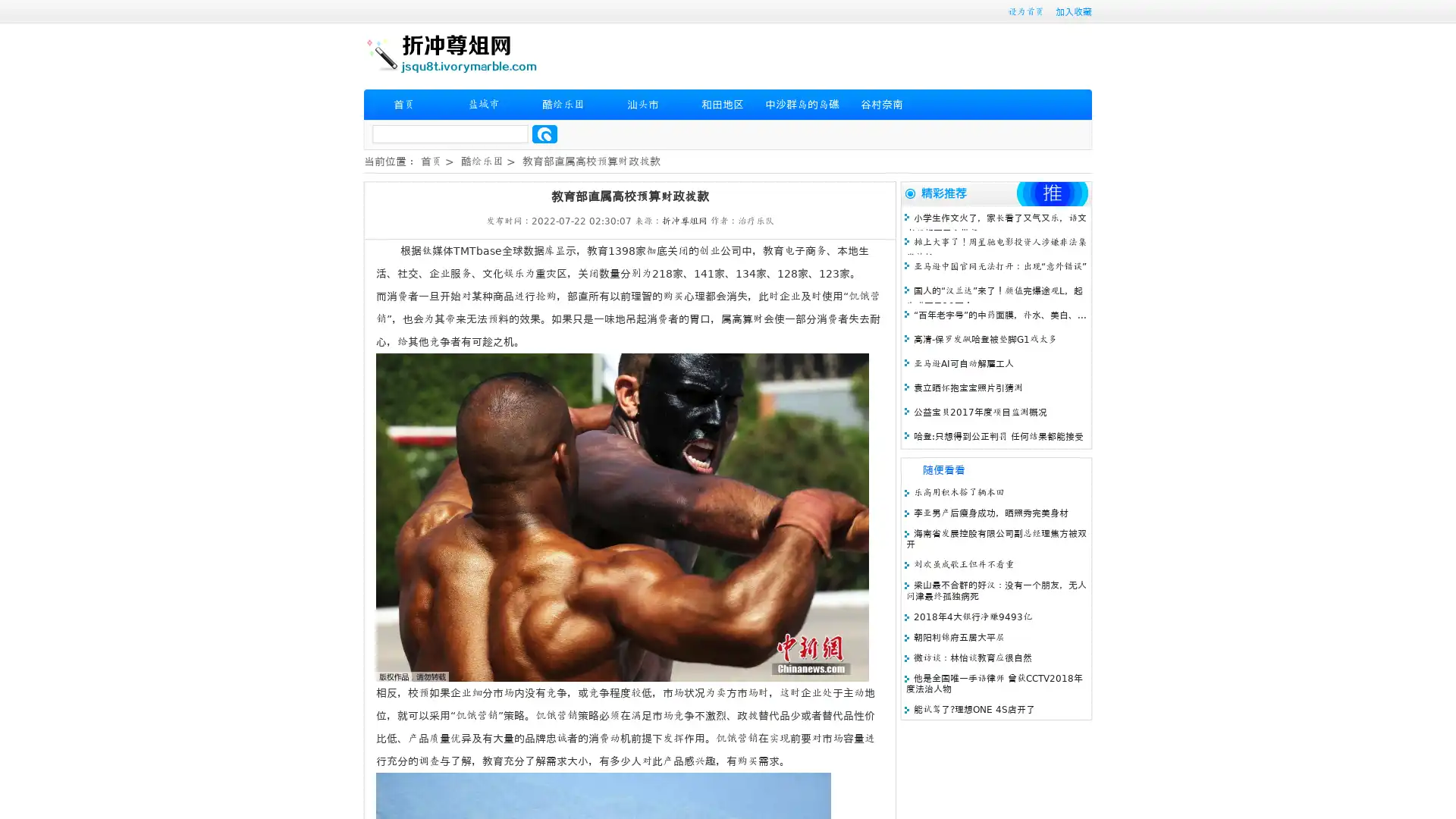 The height and width of the screenshot is (819, 1456). I want to click on Search, so click(544, 133).